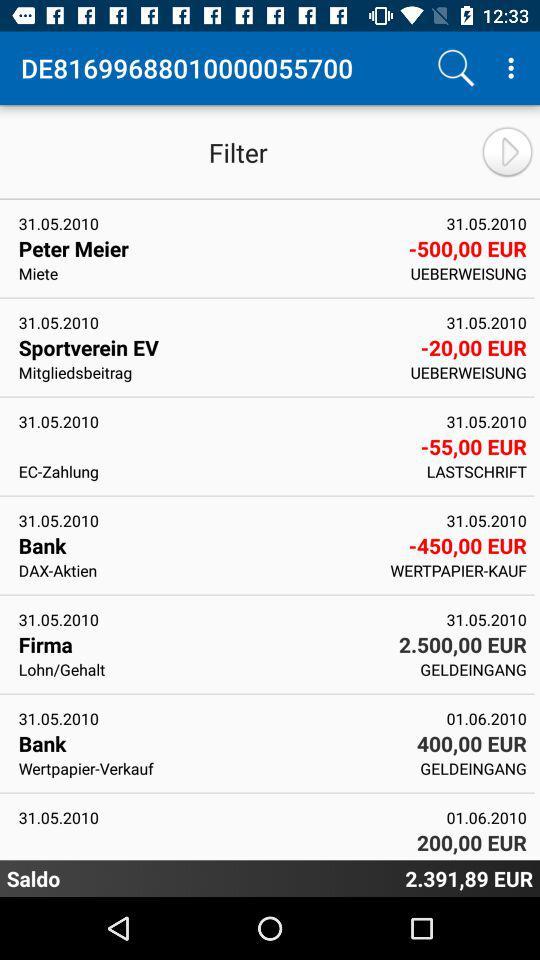 The height and width of the screenshot is (960, 540). What do you see at coordinates (475, 471) in the screenshot?
I see `lastschrift app` at bounding box center [475, 471].